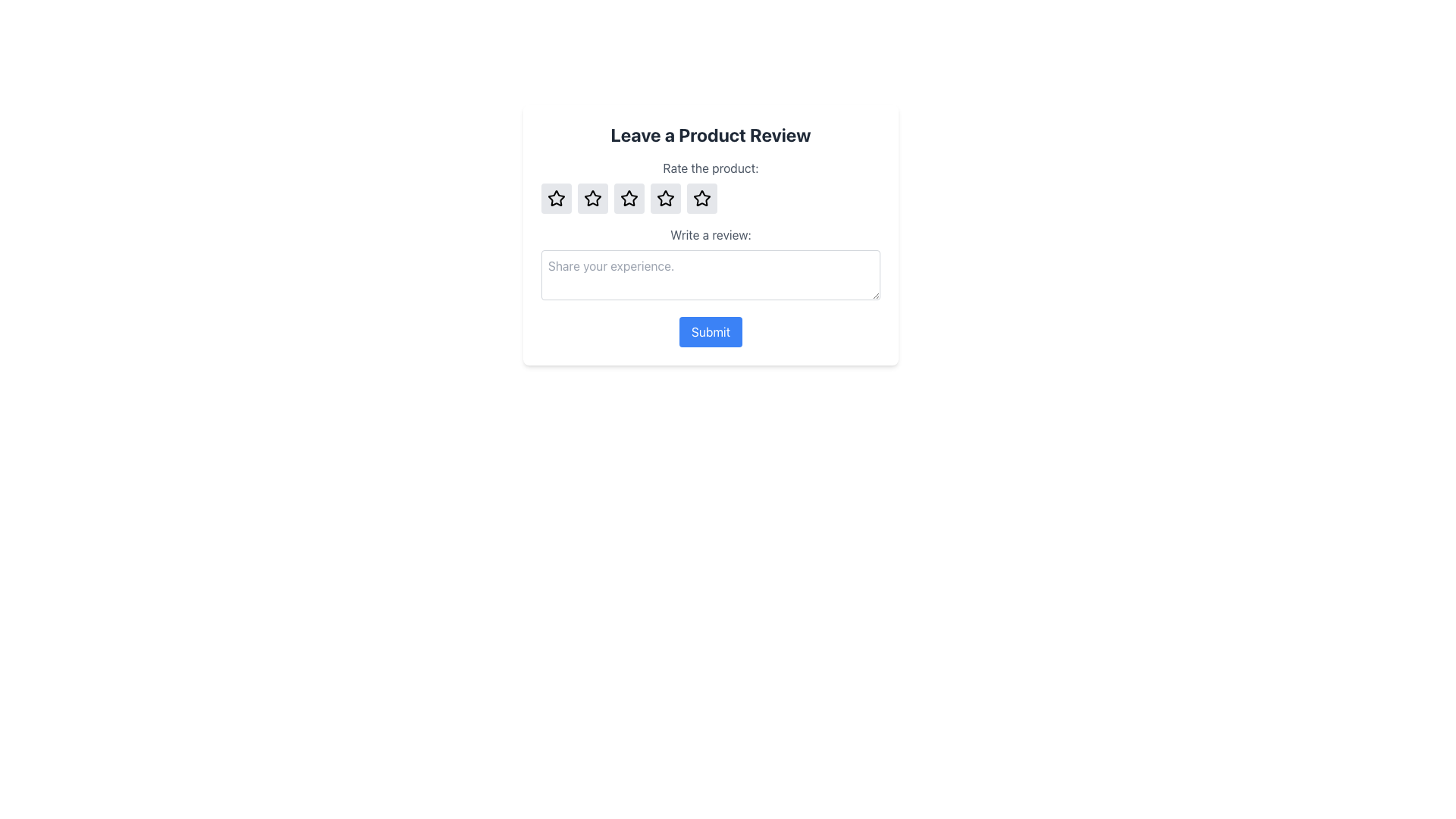 The height and width of the screenshot is (819, 1456). Describe the element at coordinates (592, 198) in the screenshot. I see `the second star icon in the product review section, which is styled in gray with an outlined stroke, located centrally between the first and third stars` at that location.